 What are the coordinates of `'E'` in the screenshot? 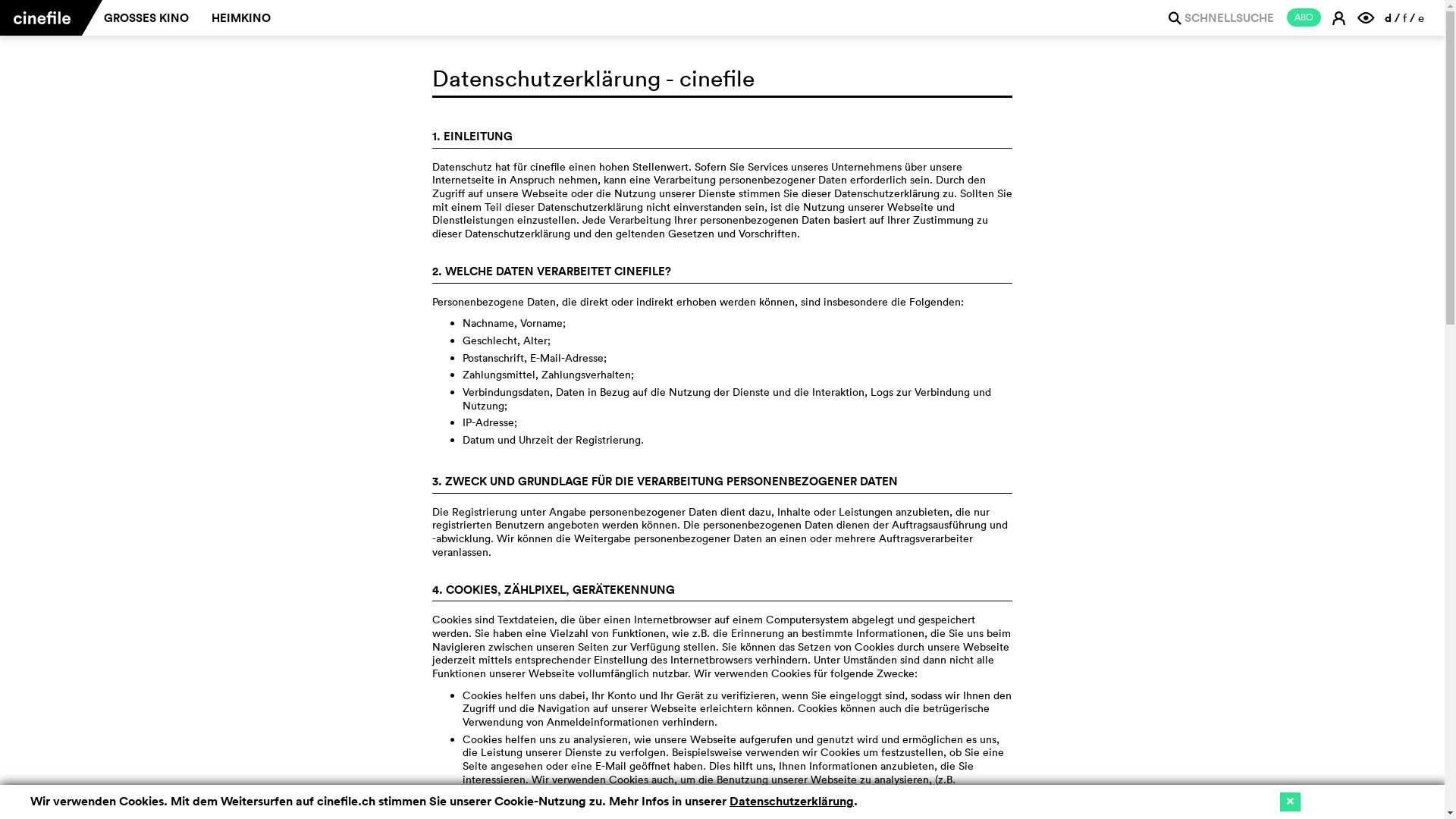 It's located at (1340, 17).